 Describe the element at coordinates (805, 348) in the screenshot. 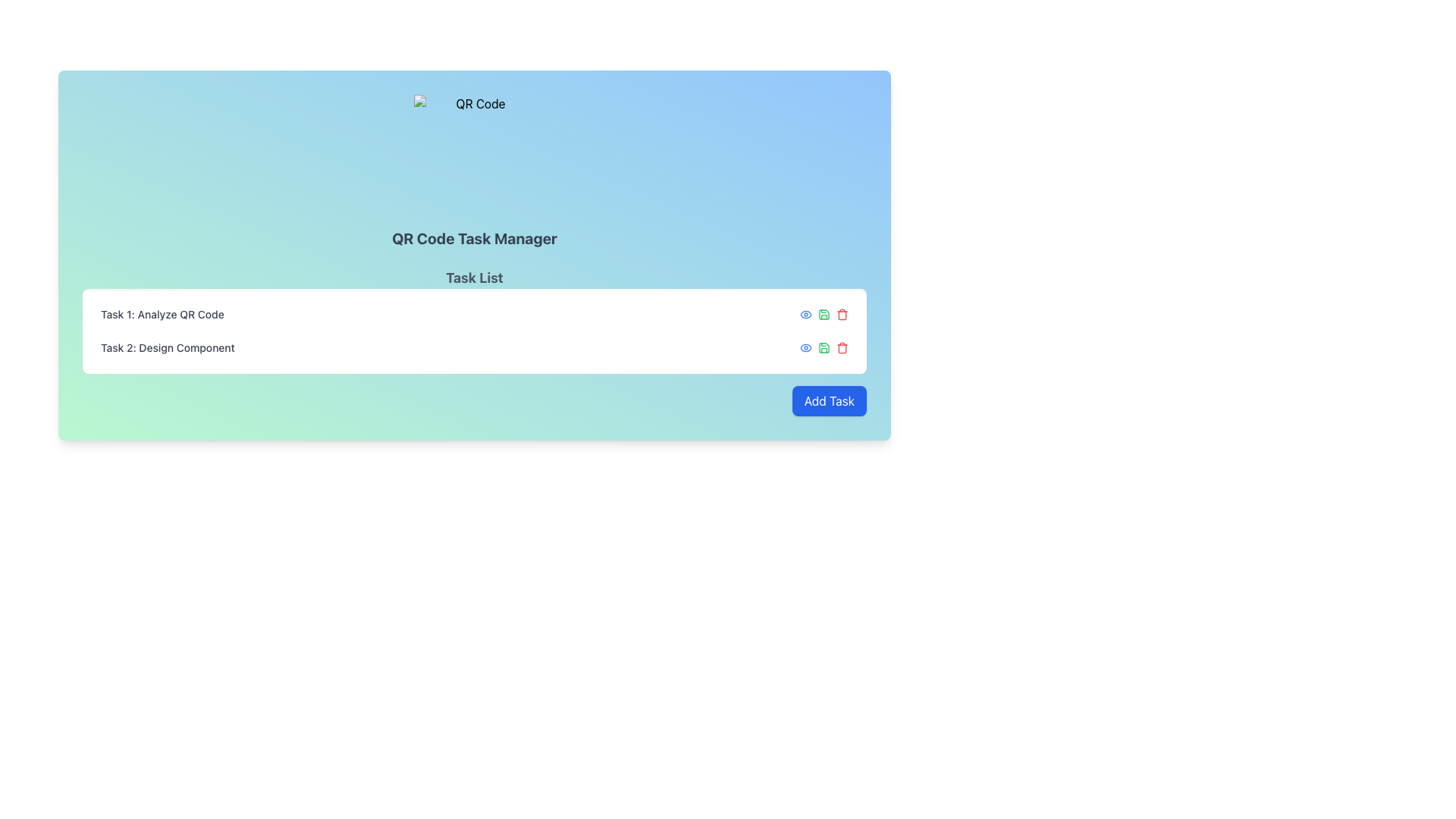

I see `the 'View' icon button located in the upper-left part of the action buttons for the first task` at that location.